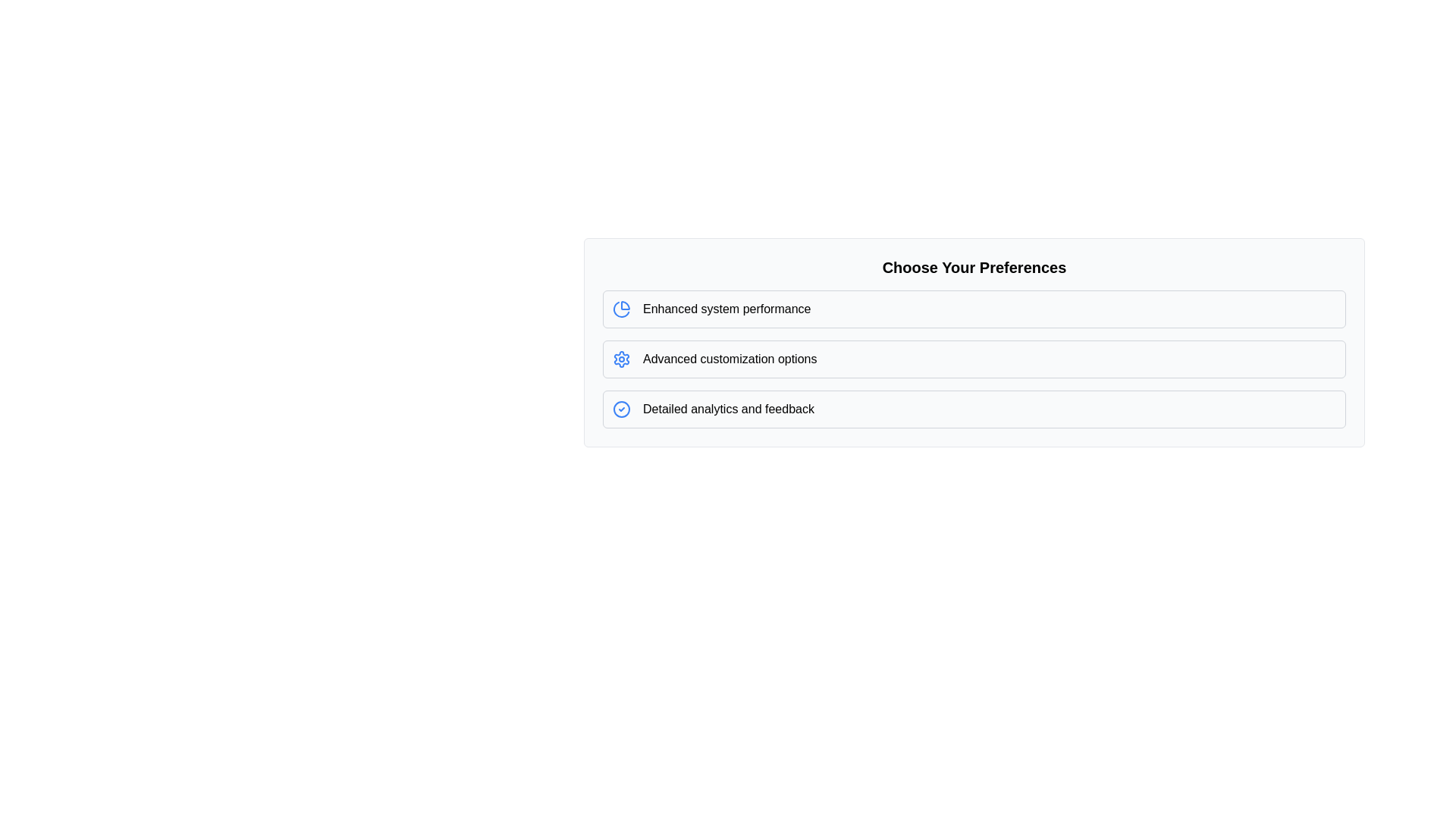 The height and width of the screenshot is (819, 1456). Describe the element at coordinates (726, 309) in the screenshot. I see `the text label representing a selectable option within the preferences menu, located in the first row of the 'Choose Your Preferences' section` at that location.